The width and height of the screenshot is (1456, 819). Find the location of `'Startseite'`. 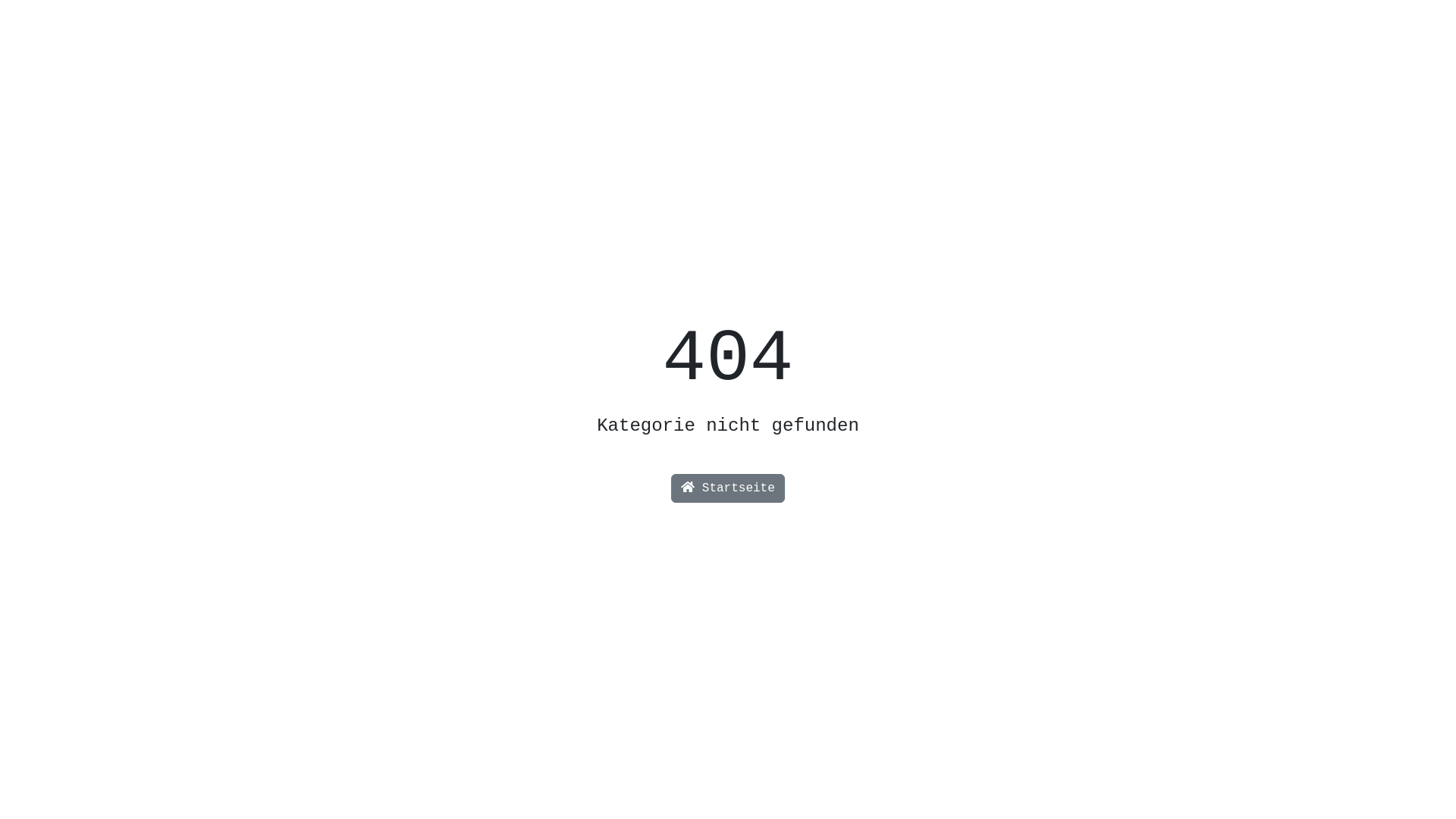

'Startseite' is located at coordinates (728, 488).